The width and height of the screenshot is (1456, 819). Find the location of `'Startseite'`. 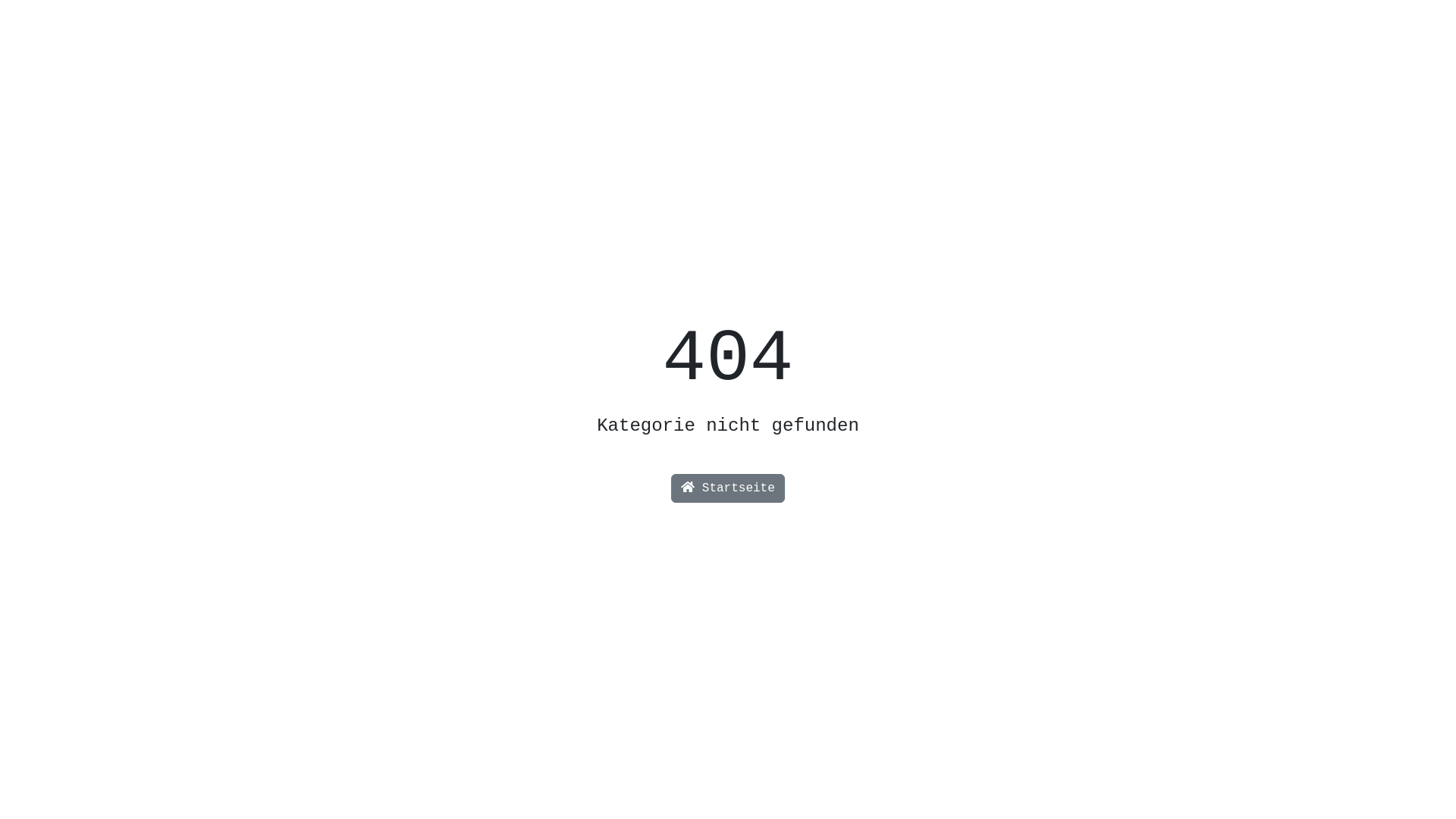

'Startseite' is located at coordinates (728, 488).